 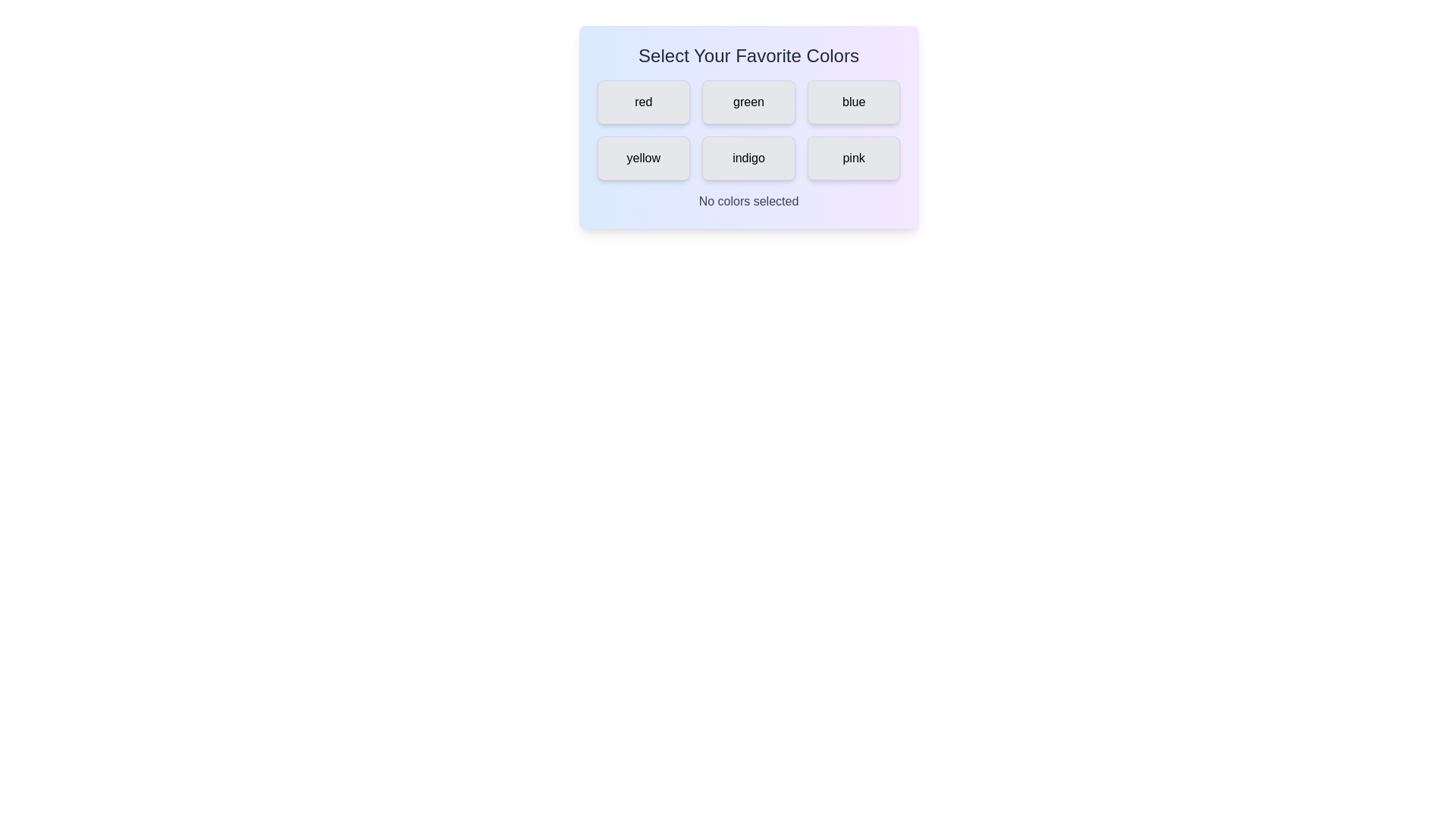 I want to click on the color tag labeled blue to select it, so click(x=854, y=102).